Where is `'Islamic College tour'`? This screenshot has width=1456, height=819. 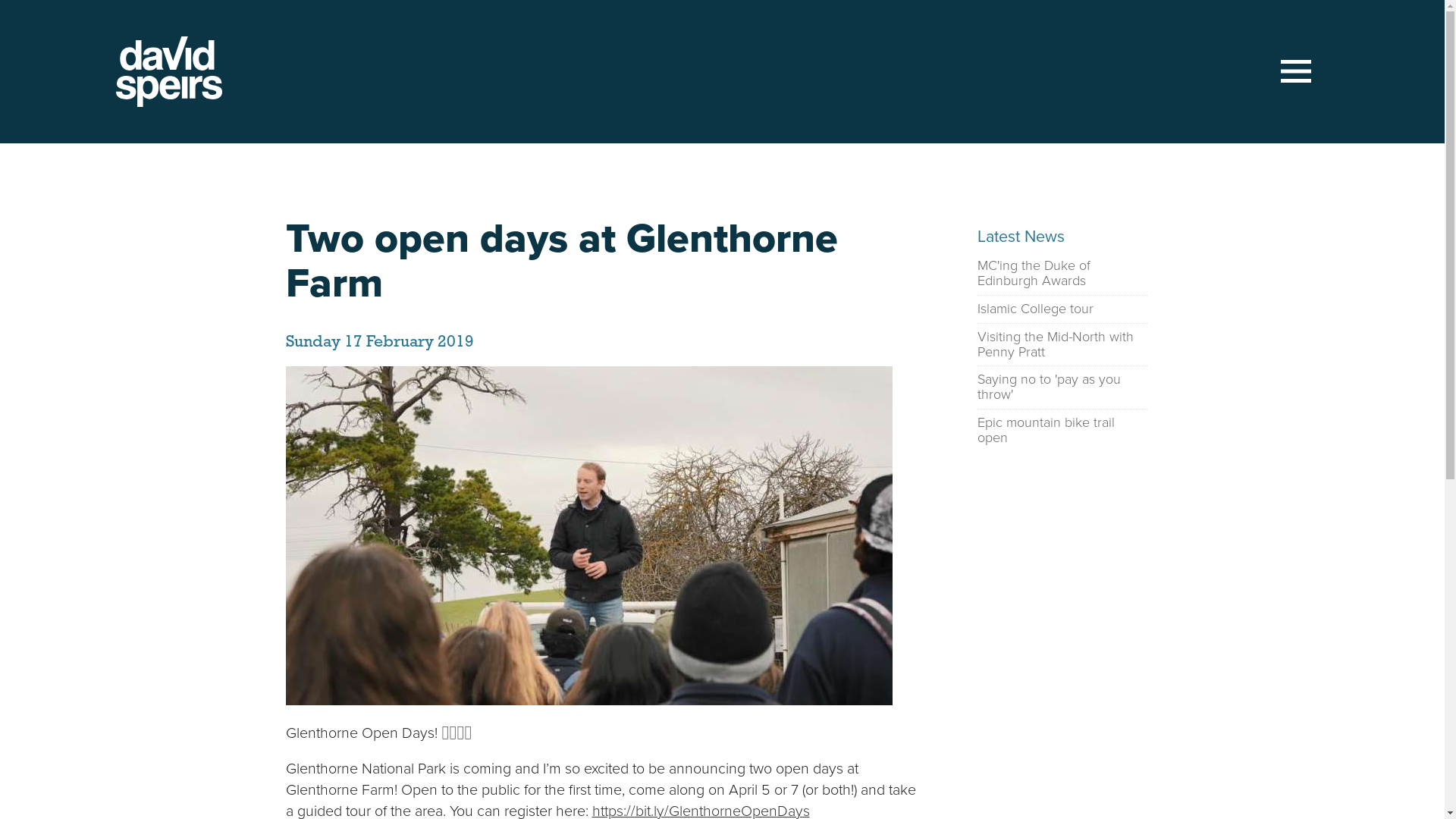
'Islamic College tour' is located at coordinates (1034, 309).